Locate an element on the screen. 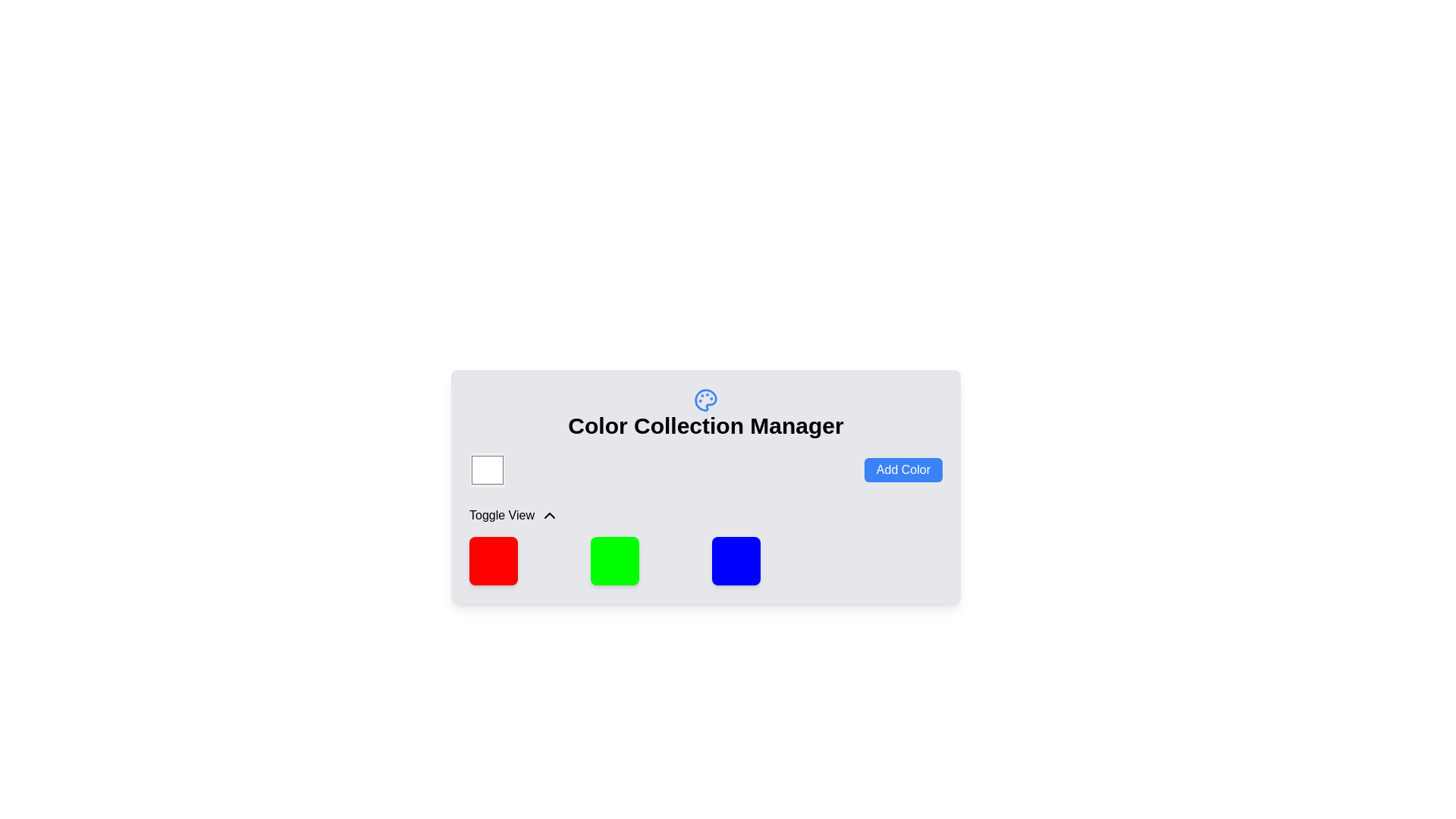 This screenshot has width=1456, height=819. the blue button labeled 'Add Color' located at the top-right corner of the UI panel is located at coordinates (903, 469).